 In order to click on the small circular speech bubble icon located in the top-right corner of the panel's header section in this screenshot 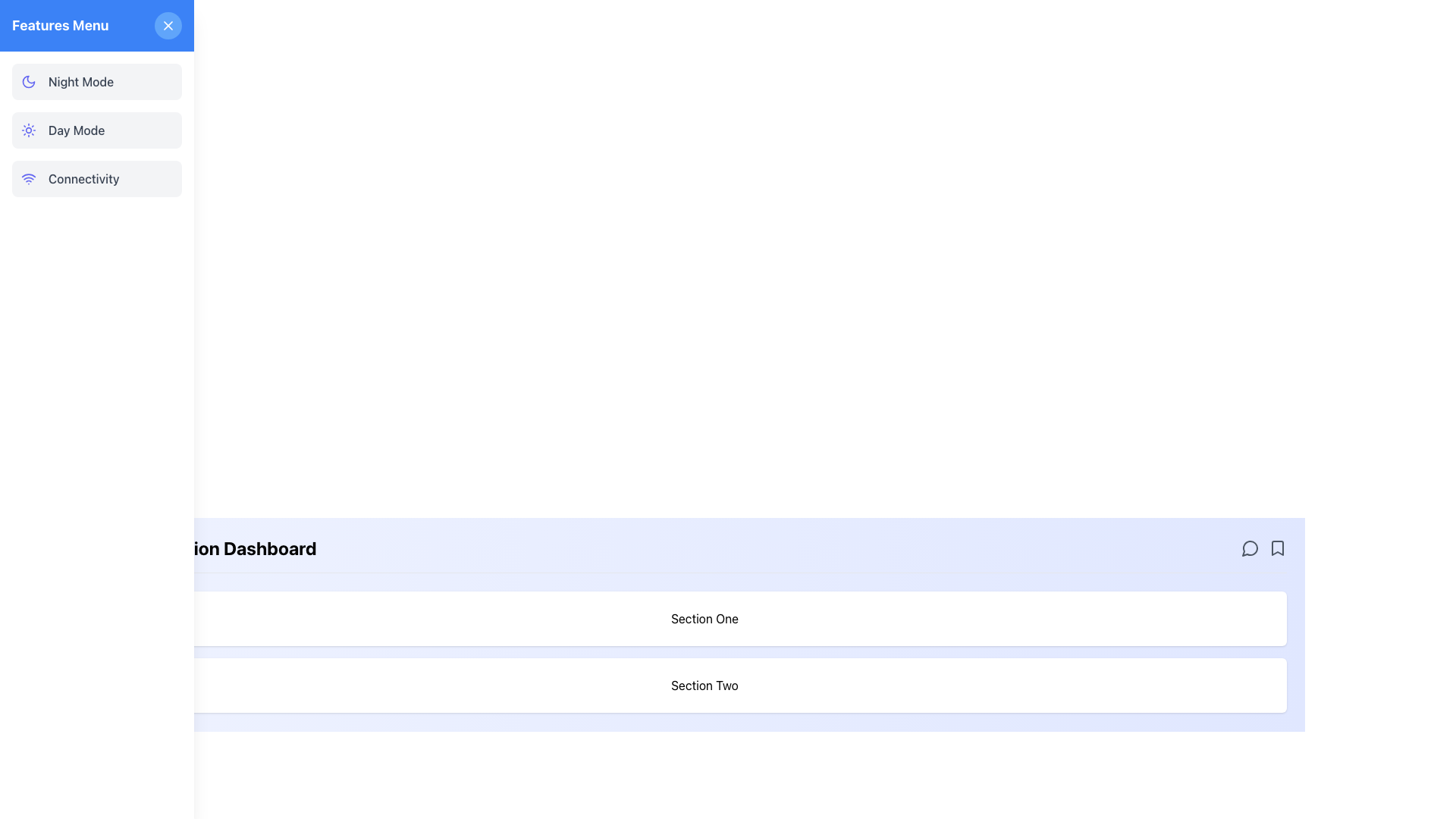, I will do `click(1249, 548)`.